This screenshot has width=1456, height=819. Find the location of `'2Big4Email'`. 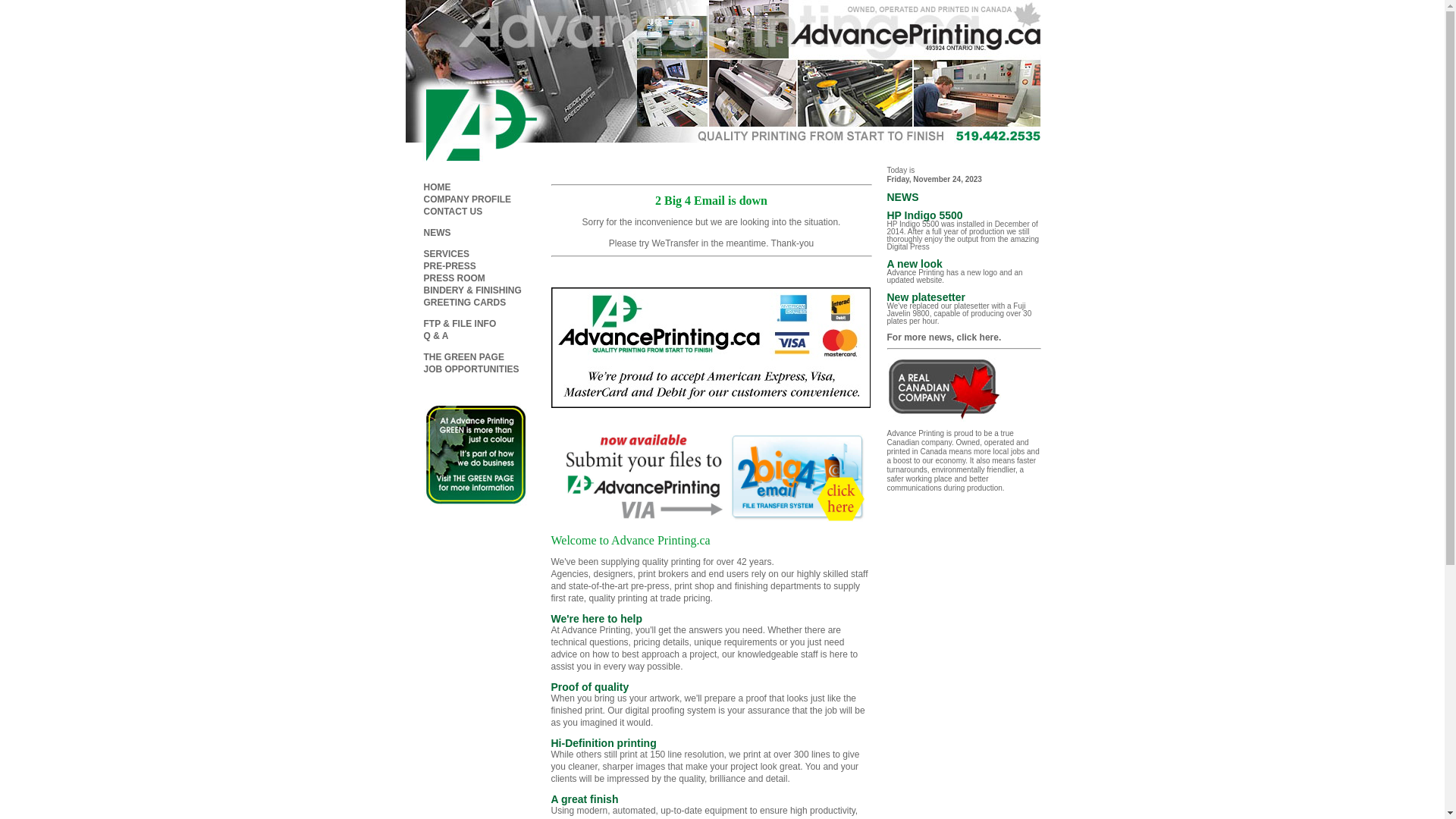

'2Big4Email' is located at coordinates (708, 476).